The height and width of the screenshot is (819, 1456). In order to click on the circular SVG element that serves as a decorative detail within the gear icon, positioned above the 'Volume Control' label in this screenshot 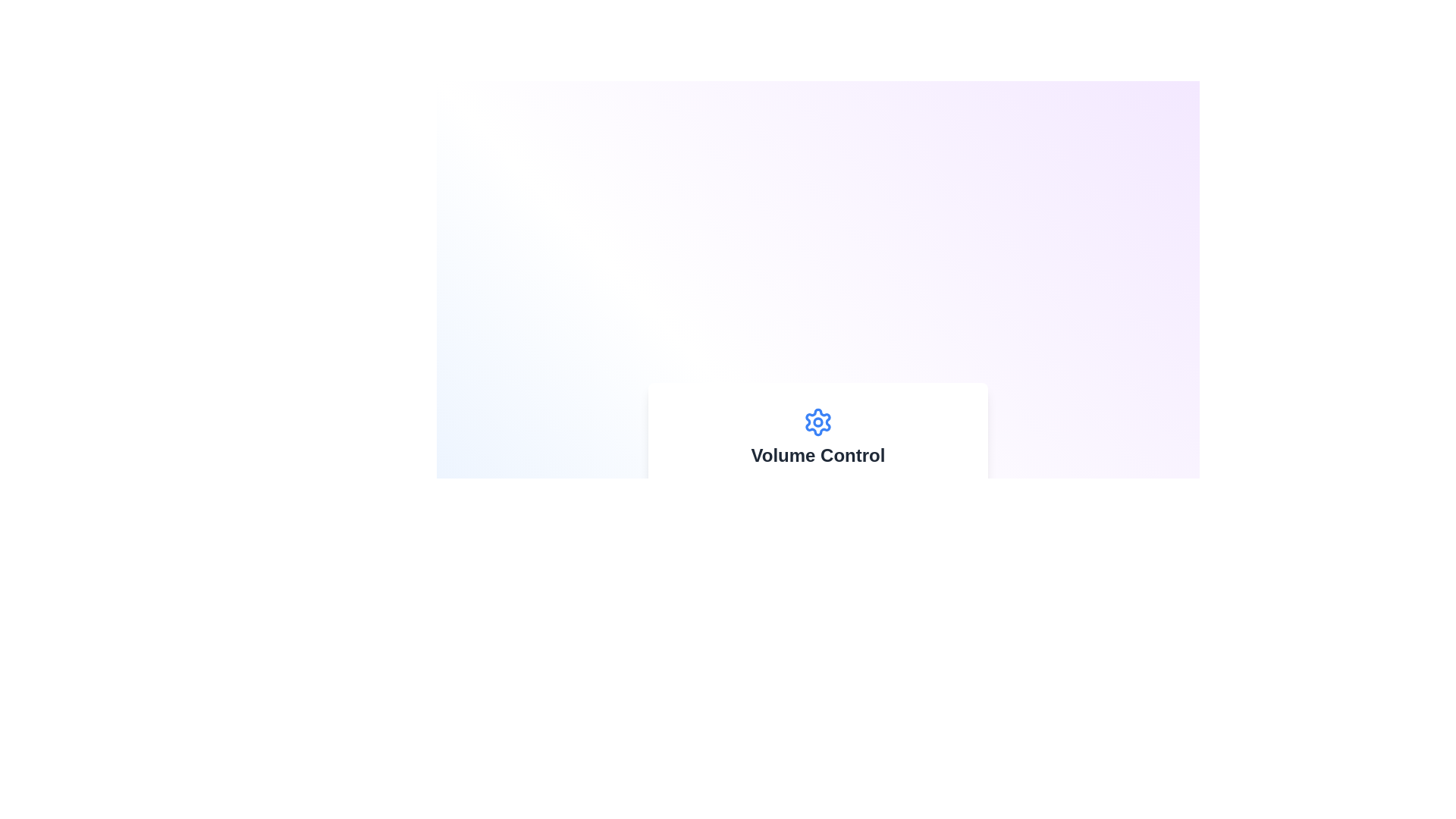, I will do `click(817, 422)`.